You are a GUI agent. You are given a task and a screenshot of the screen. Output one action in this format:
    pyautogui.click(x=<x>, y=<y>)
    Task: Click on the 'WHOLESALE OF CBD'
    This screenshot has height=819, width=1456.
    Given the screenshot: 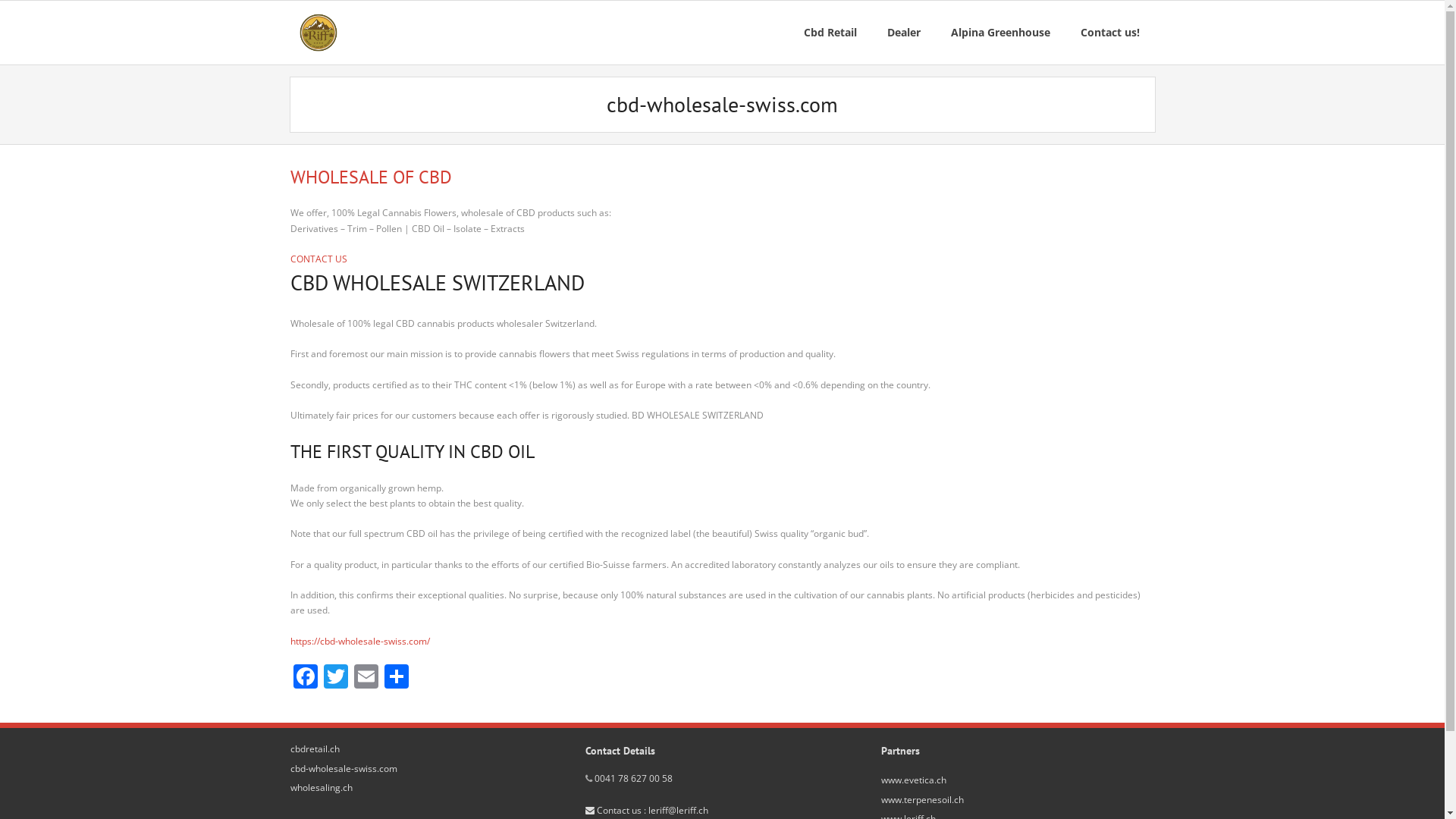 What is the action you would take?
    pyautogui.click(x=290, y=176)
    